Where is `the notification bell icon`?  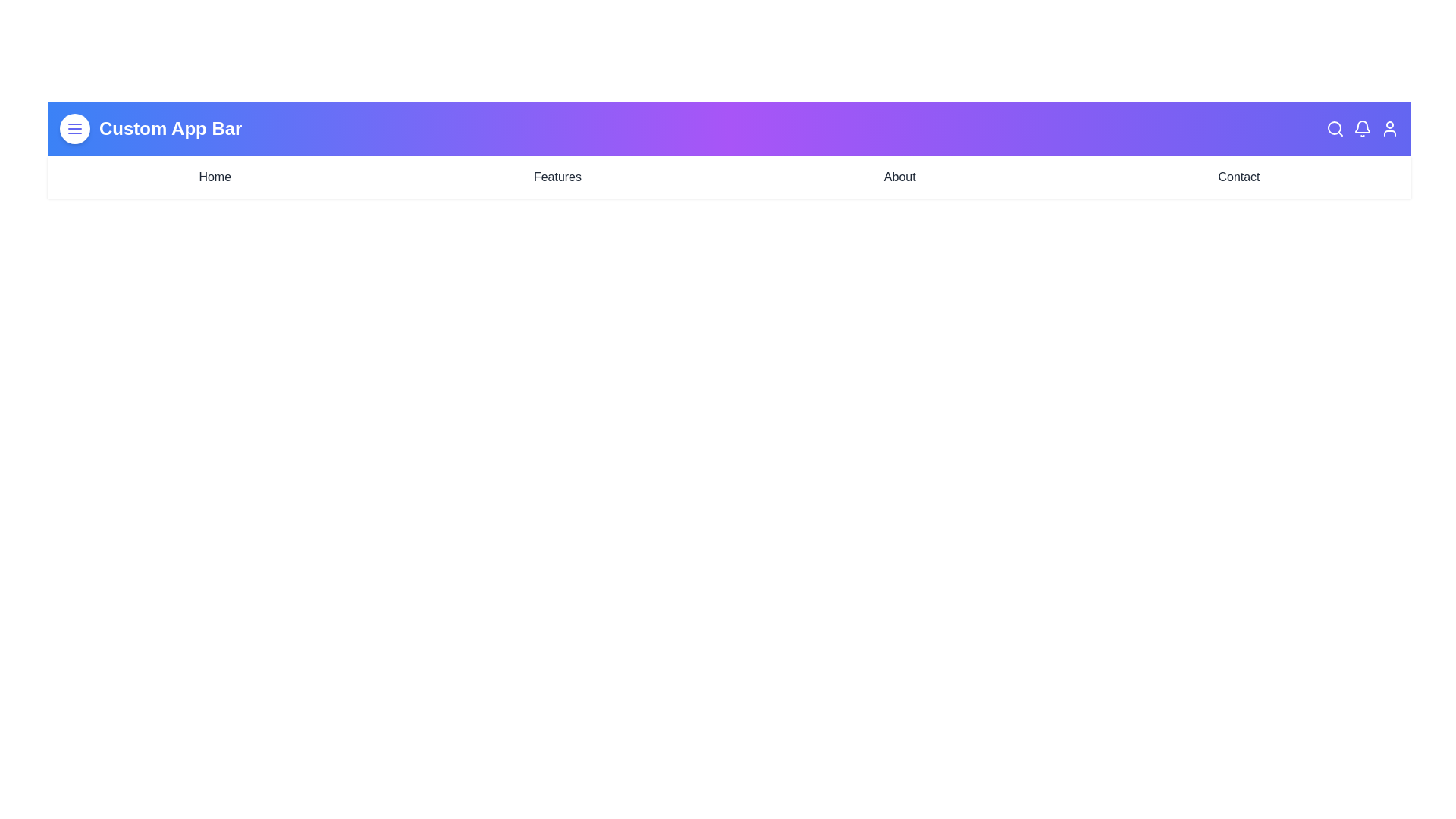 the notification bell icon is located at coordinates (1362, 127).